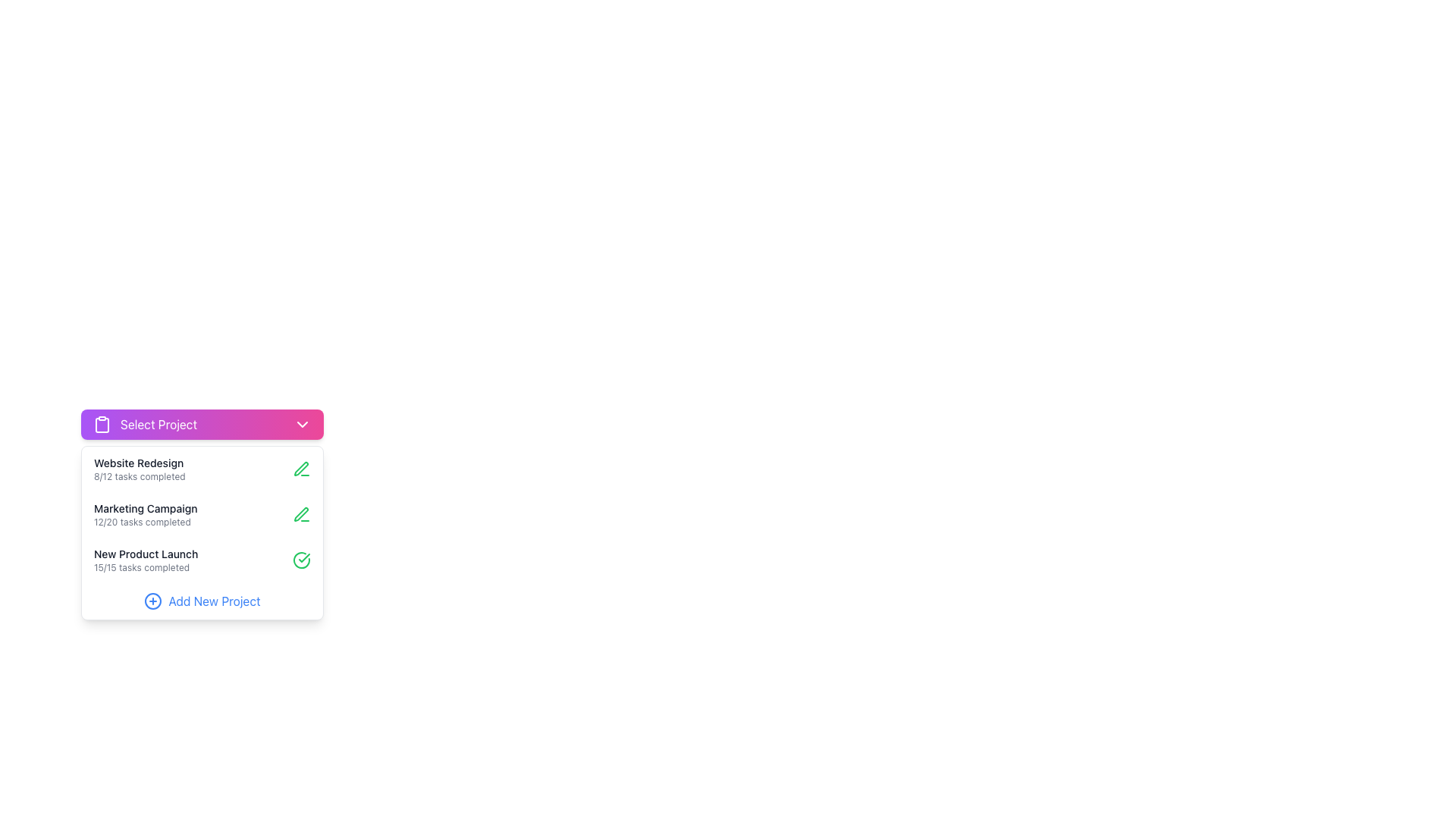  I want to click on displayed text of the Display Label showing 'Marketing Campaign' and '12/20 tasks completed', located in the second row of the project tasks list, so click(146, 513).